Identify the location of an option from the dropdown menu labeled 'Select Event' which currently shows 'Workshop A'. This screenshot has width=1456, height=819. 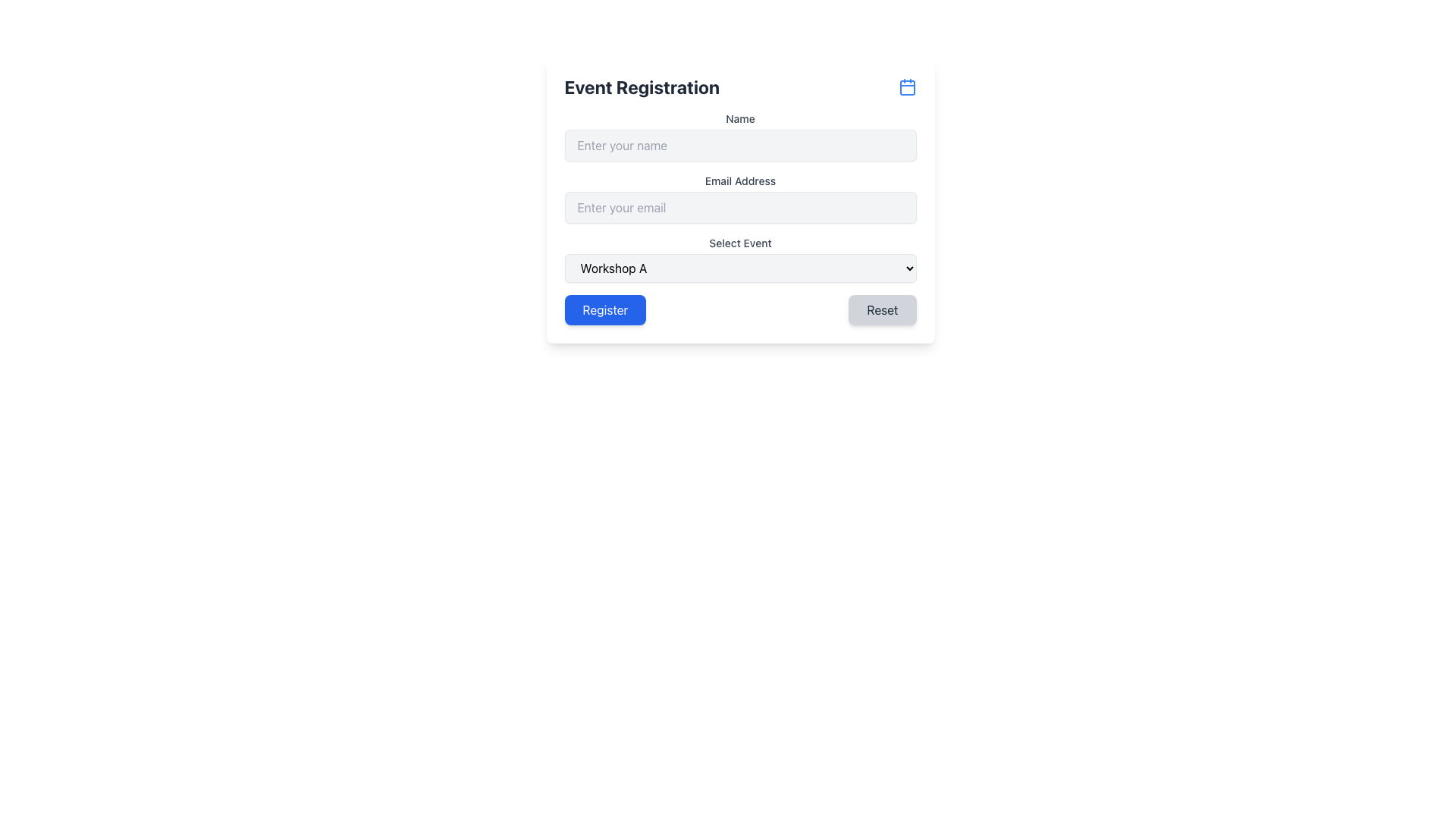
(740, 268).